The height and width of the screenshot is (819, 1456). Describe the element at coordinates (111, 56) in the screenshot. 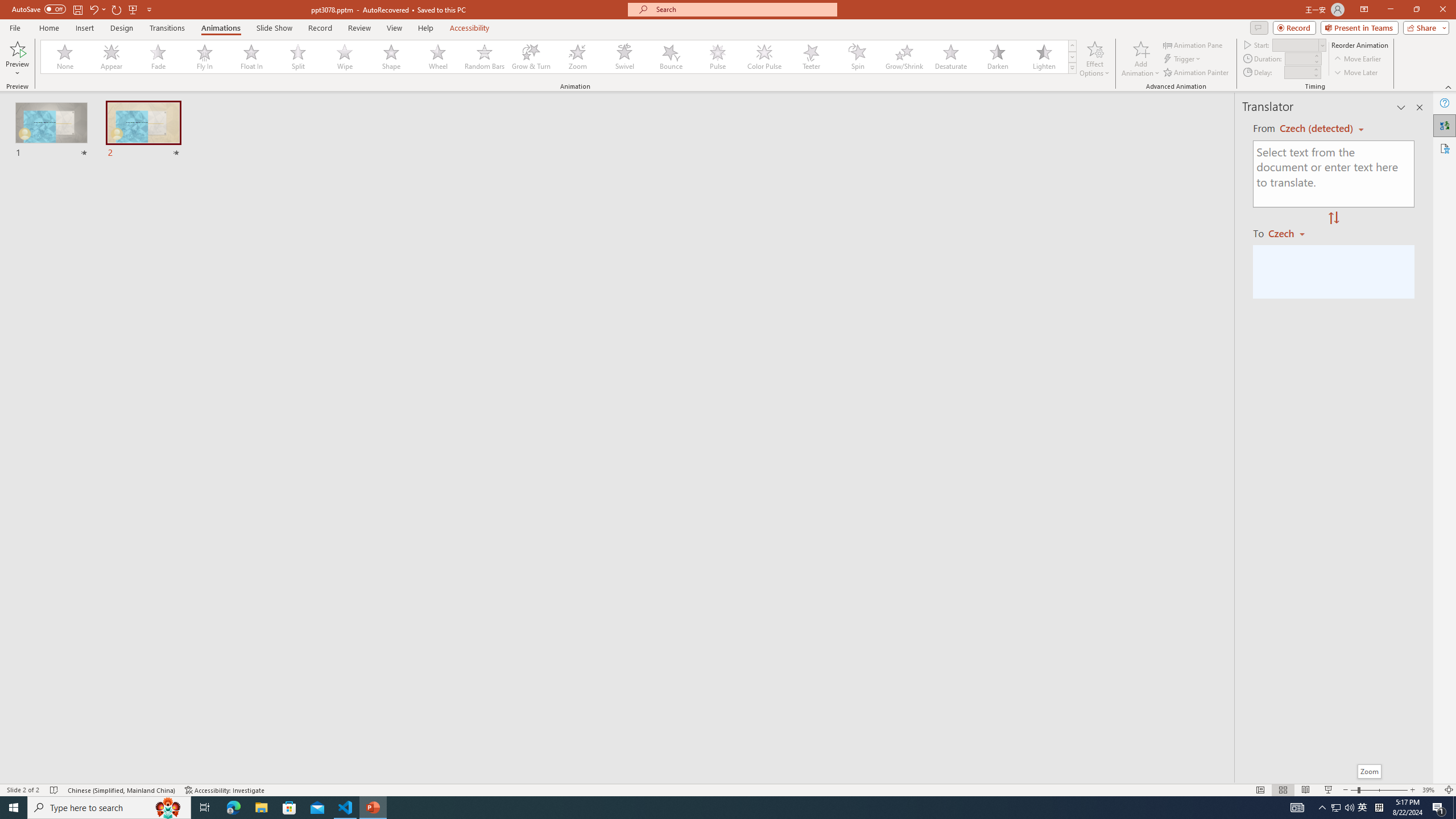

I see `'Appear'` at that location.